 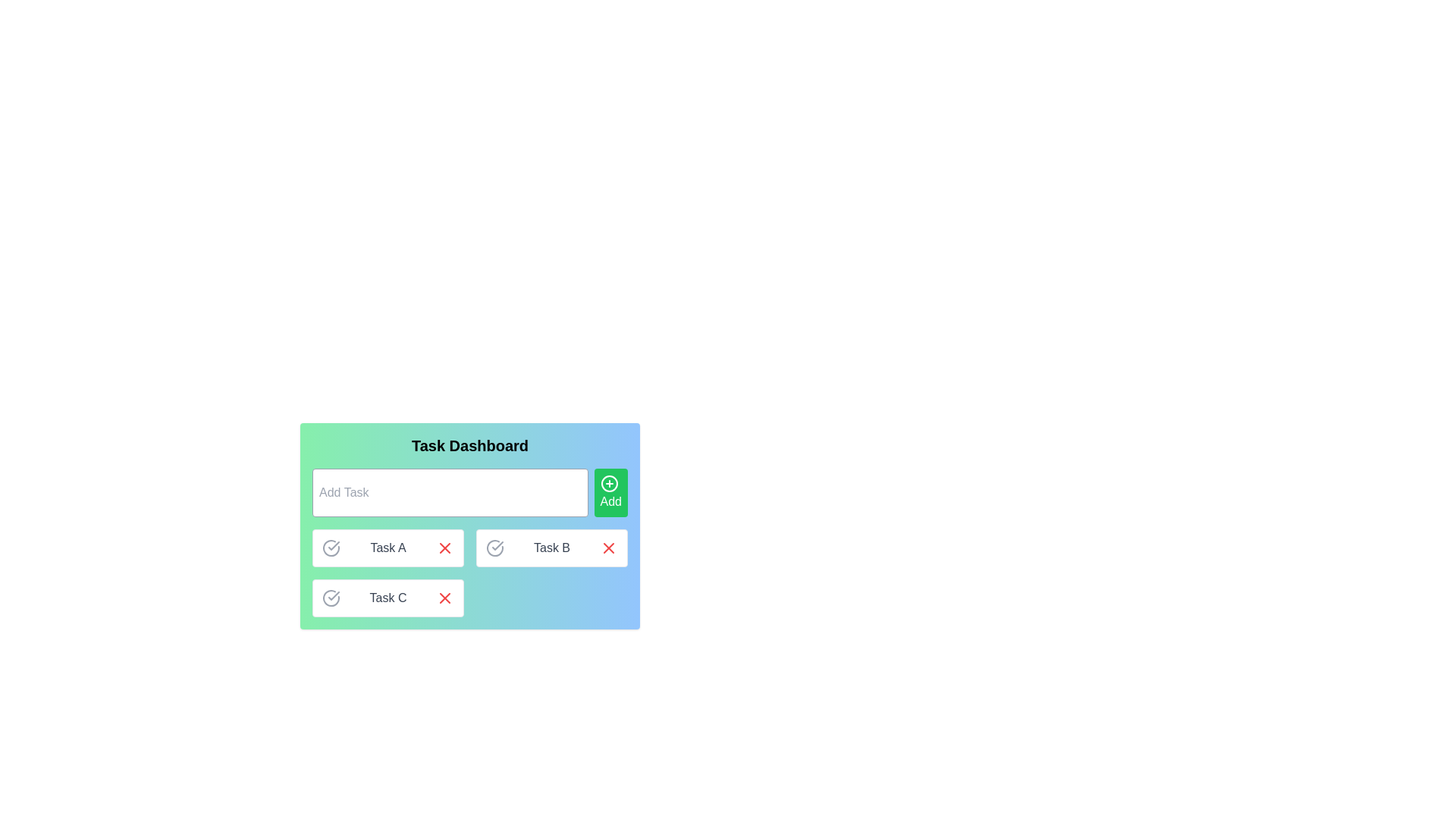 I want to click on the circular gray icon button with a check mark inside, located to the left of the label 'Task C' in the third row under the 'Task Dashboard', so click(x=330, y=598).